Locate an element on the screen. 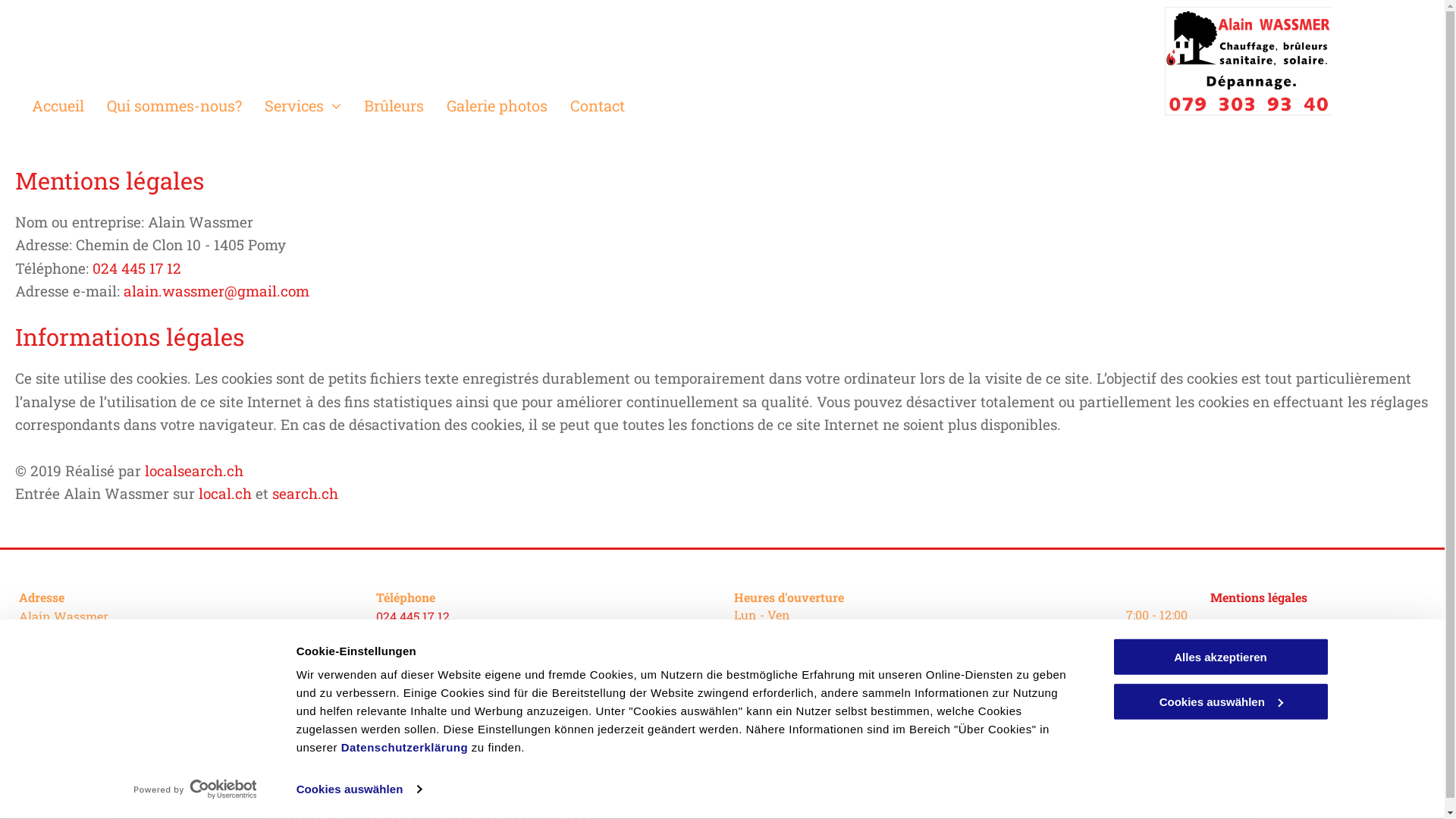  'local.ch' is located at coordinates (224, 493).